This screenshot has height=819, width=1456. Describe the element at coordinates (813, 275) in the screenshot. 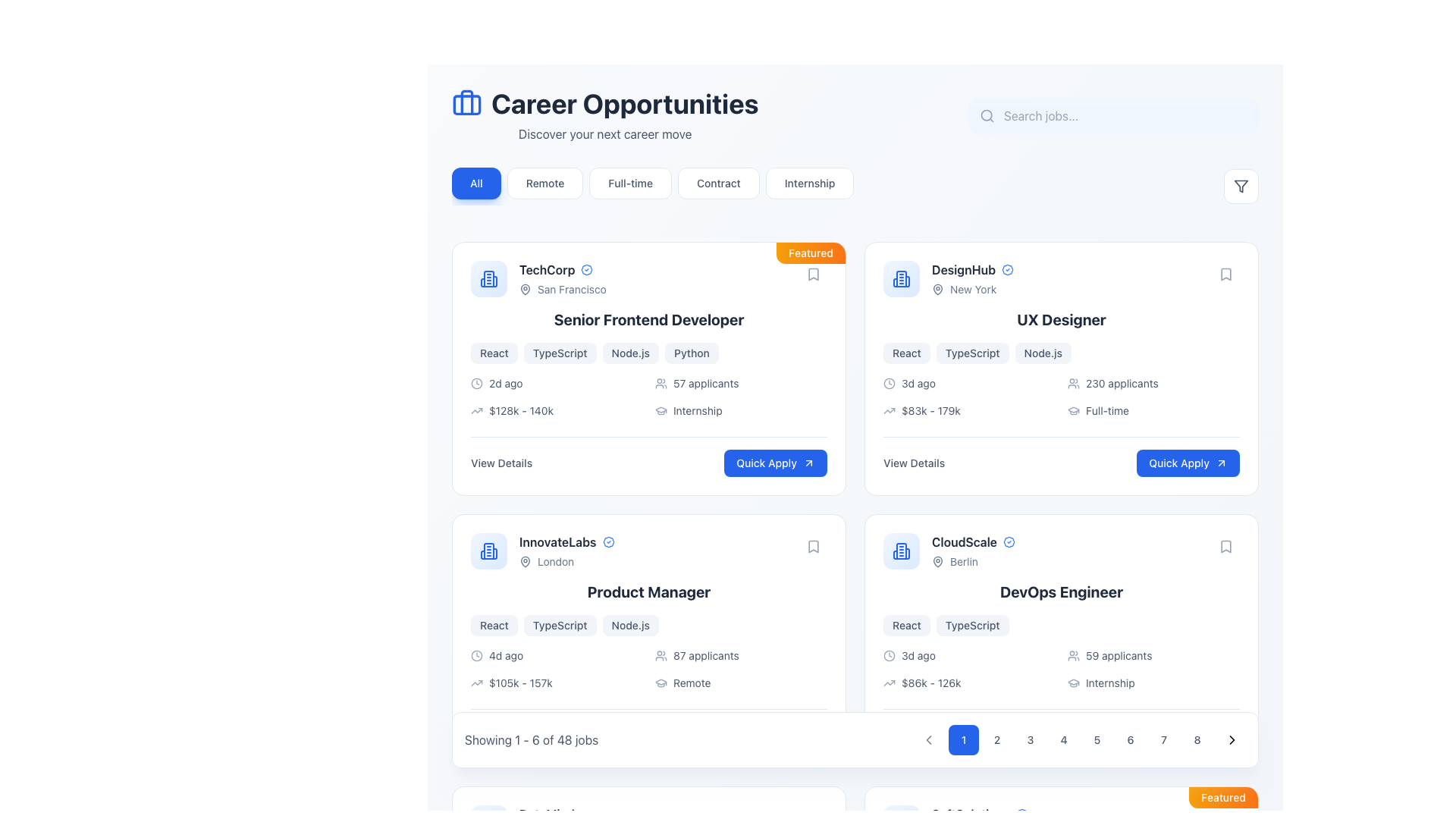

I see `the bookmark icon located in the top-right corner of the first job card, above the 'Featured' label, to interact with it` at that location.